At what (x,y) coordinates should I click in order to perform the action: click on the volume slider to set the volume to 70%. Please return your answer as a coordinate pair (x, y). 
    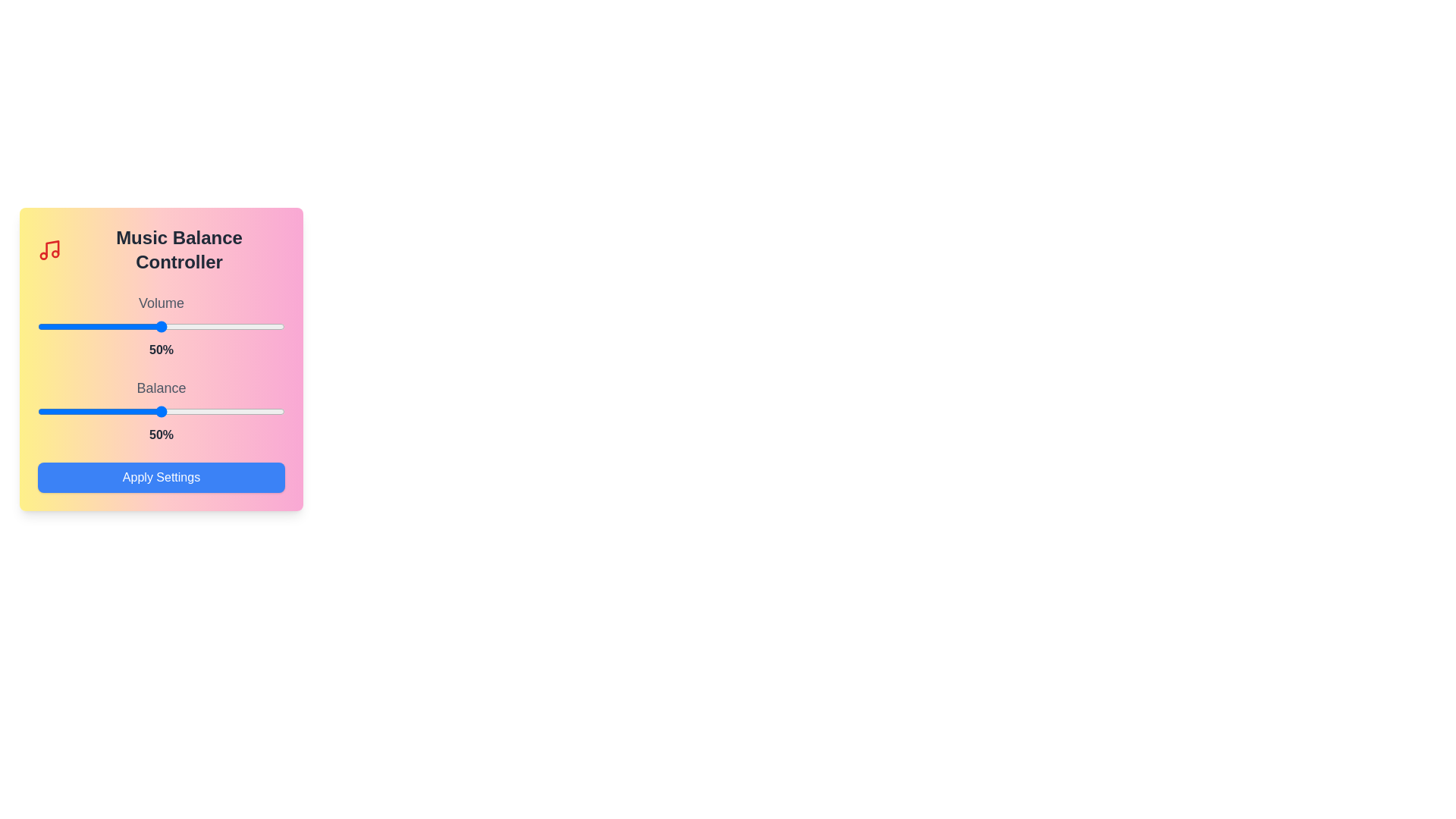
    Looking at the image, I should click on (210, 326).